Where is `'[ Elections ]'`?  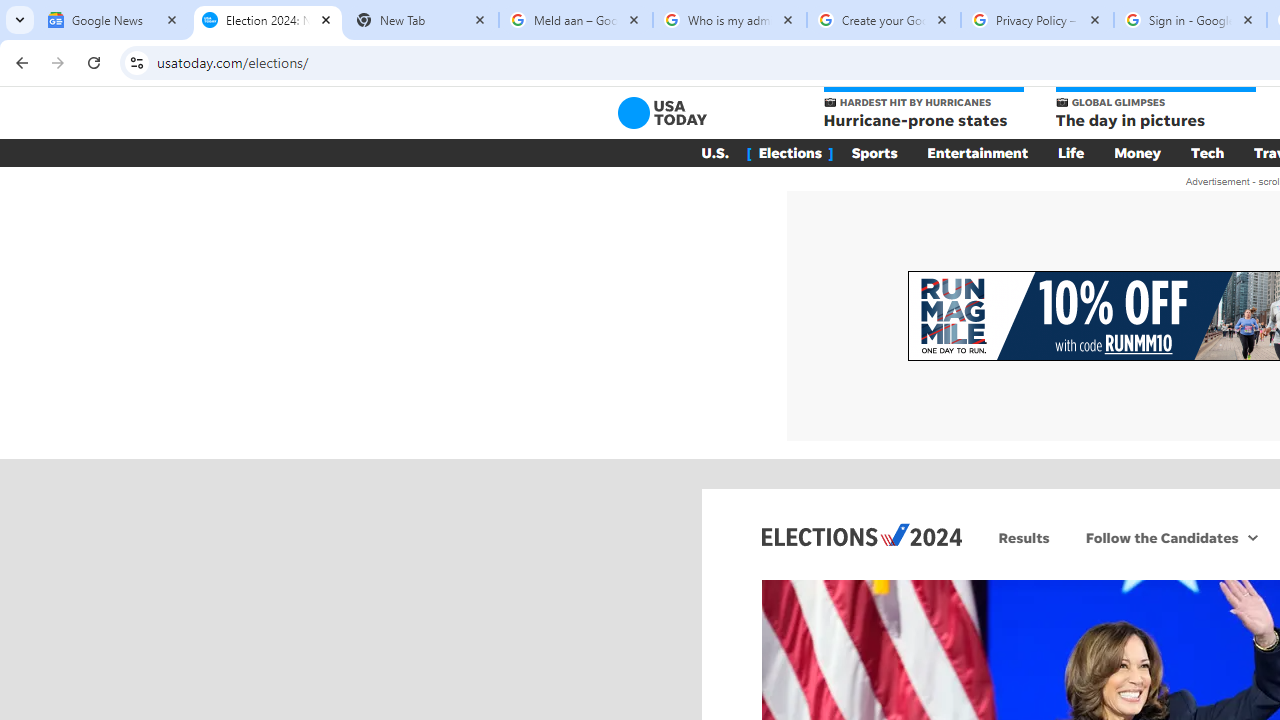
'[ Elections ]' is located at coordinates (788, 152).